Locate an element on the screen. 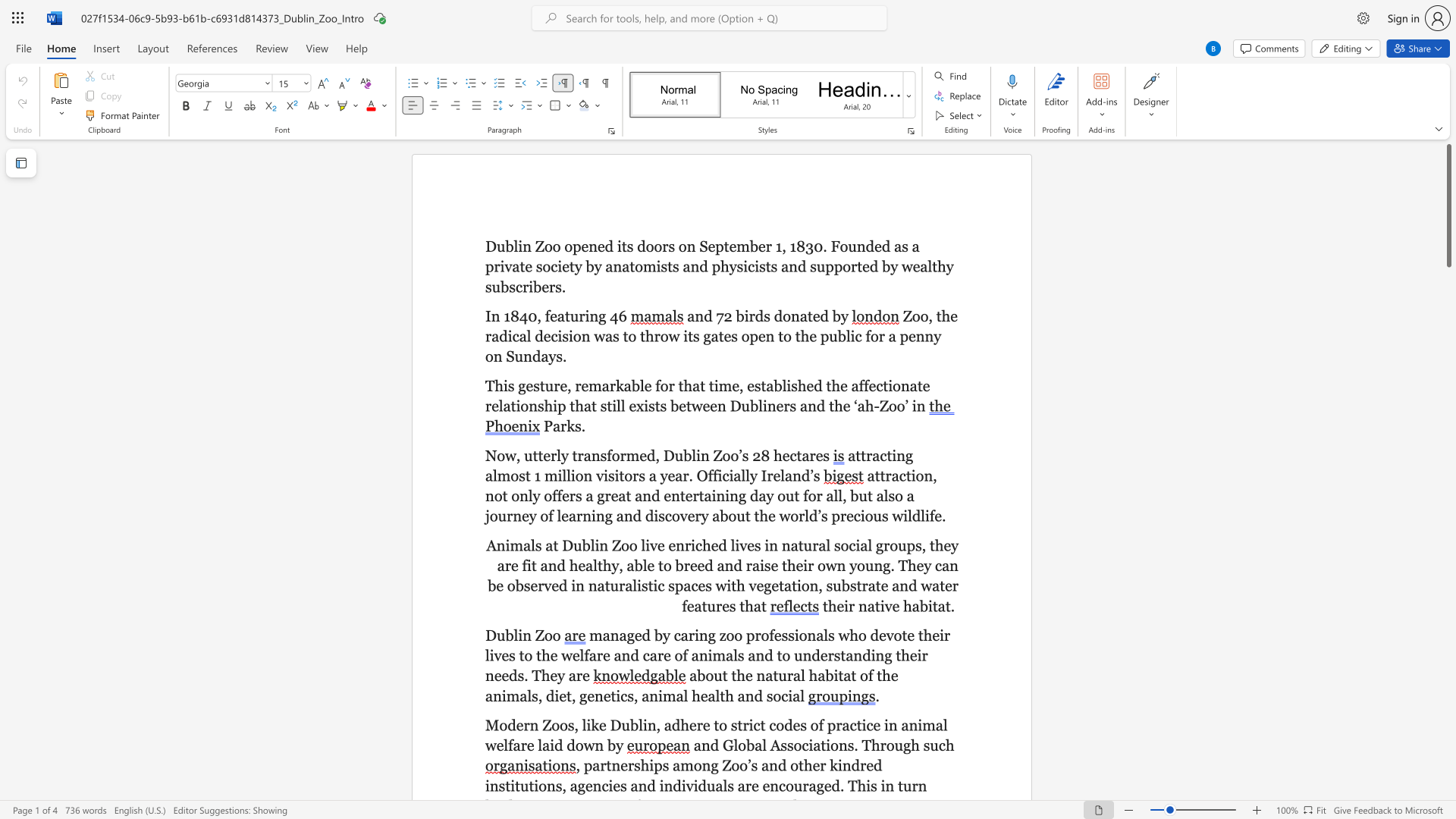 This screenshot has height=819, width=1456. the 1th character "e" in the text is located at coordinates (839, 605).